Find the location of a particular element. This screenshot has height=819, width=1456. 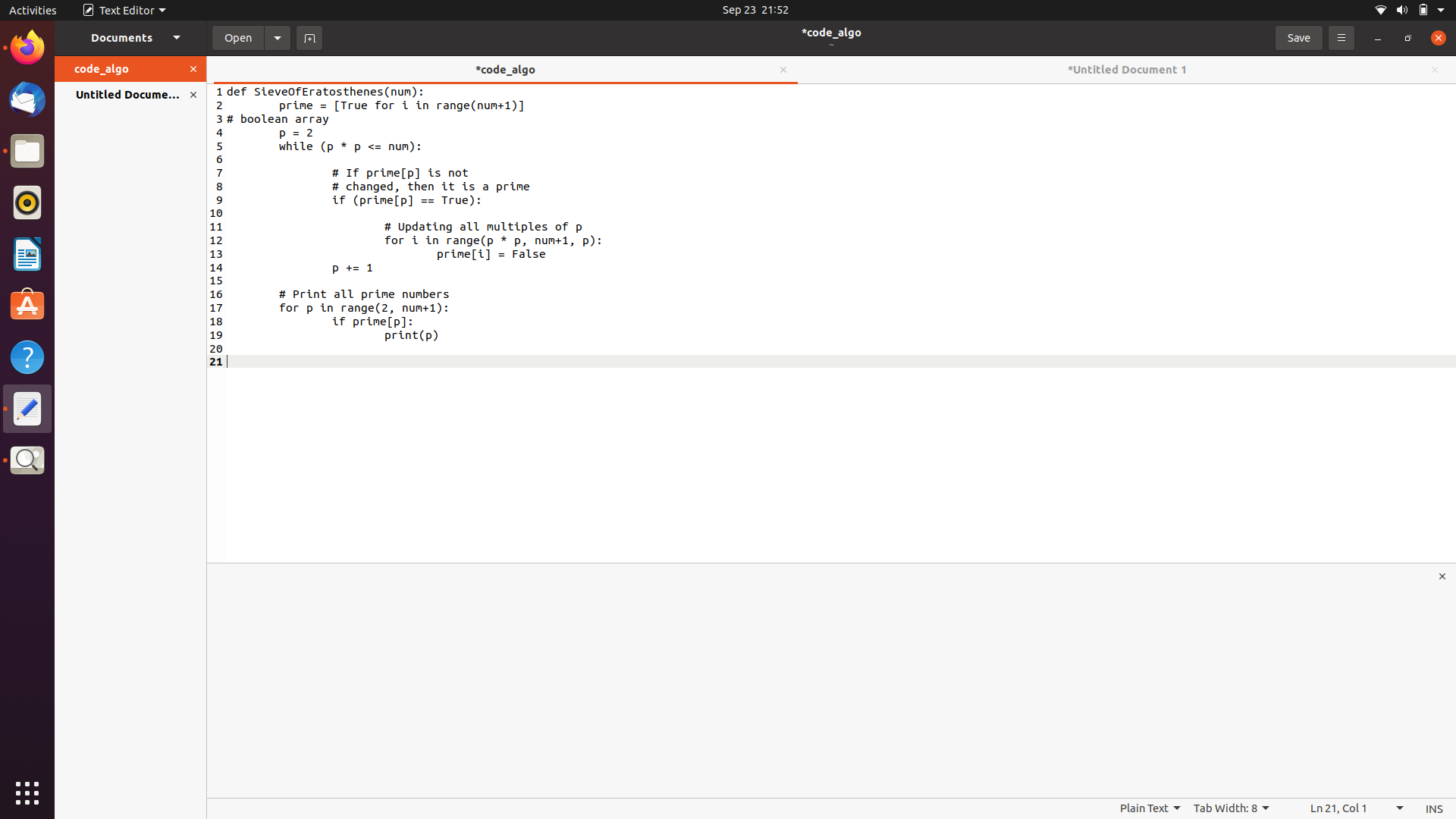

Mimic the information in code_algo document and input it into an new document by pressing Ctrl+A, Ctrl+C, and Ctrl+V consecutively is located at coordinates (290, 119).